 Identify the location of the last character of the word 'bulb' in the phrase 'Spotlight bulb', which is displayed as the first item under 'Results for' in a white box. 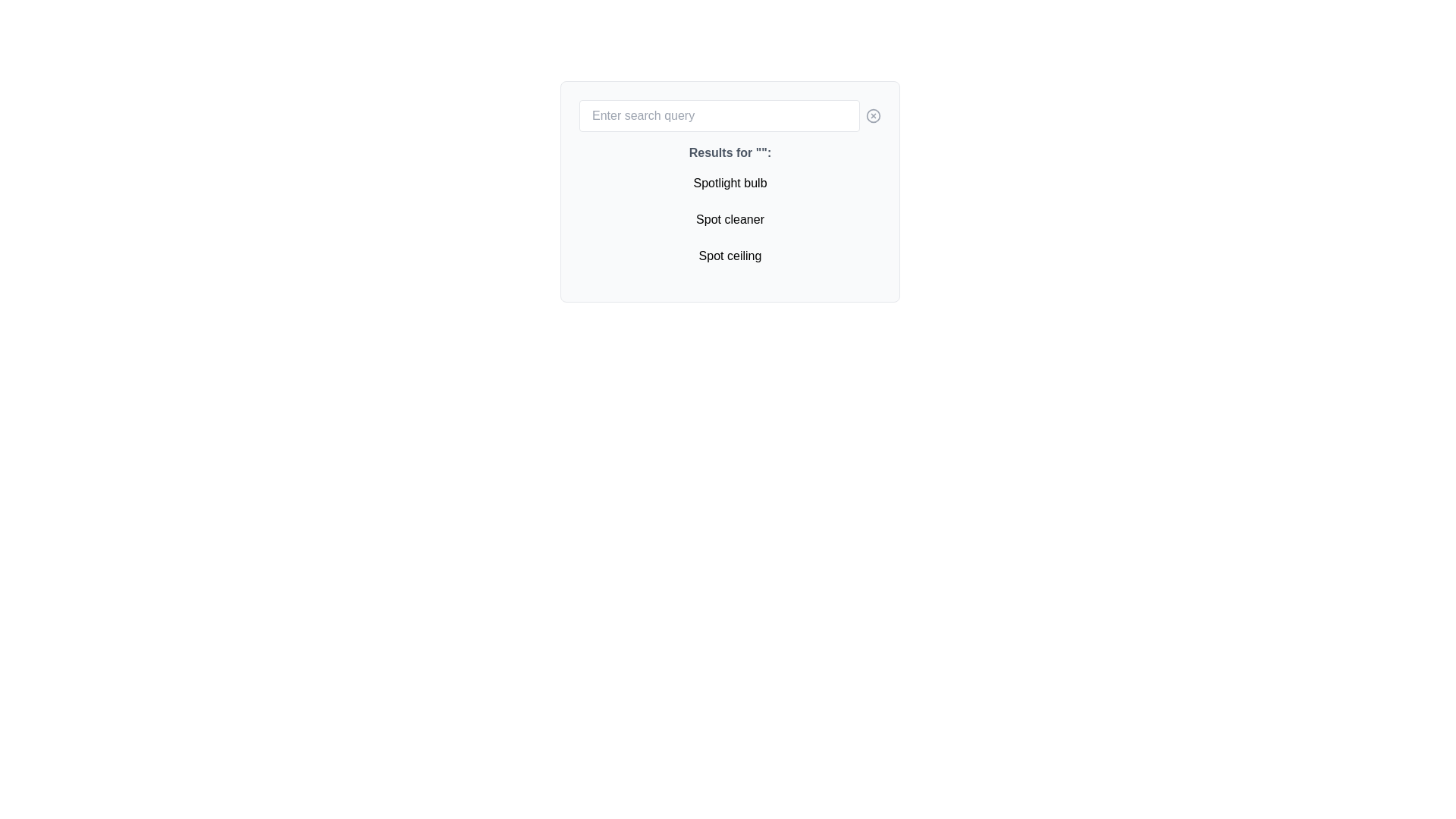
(758, 182).